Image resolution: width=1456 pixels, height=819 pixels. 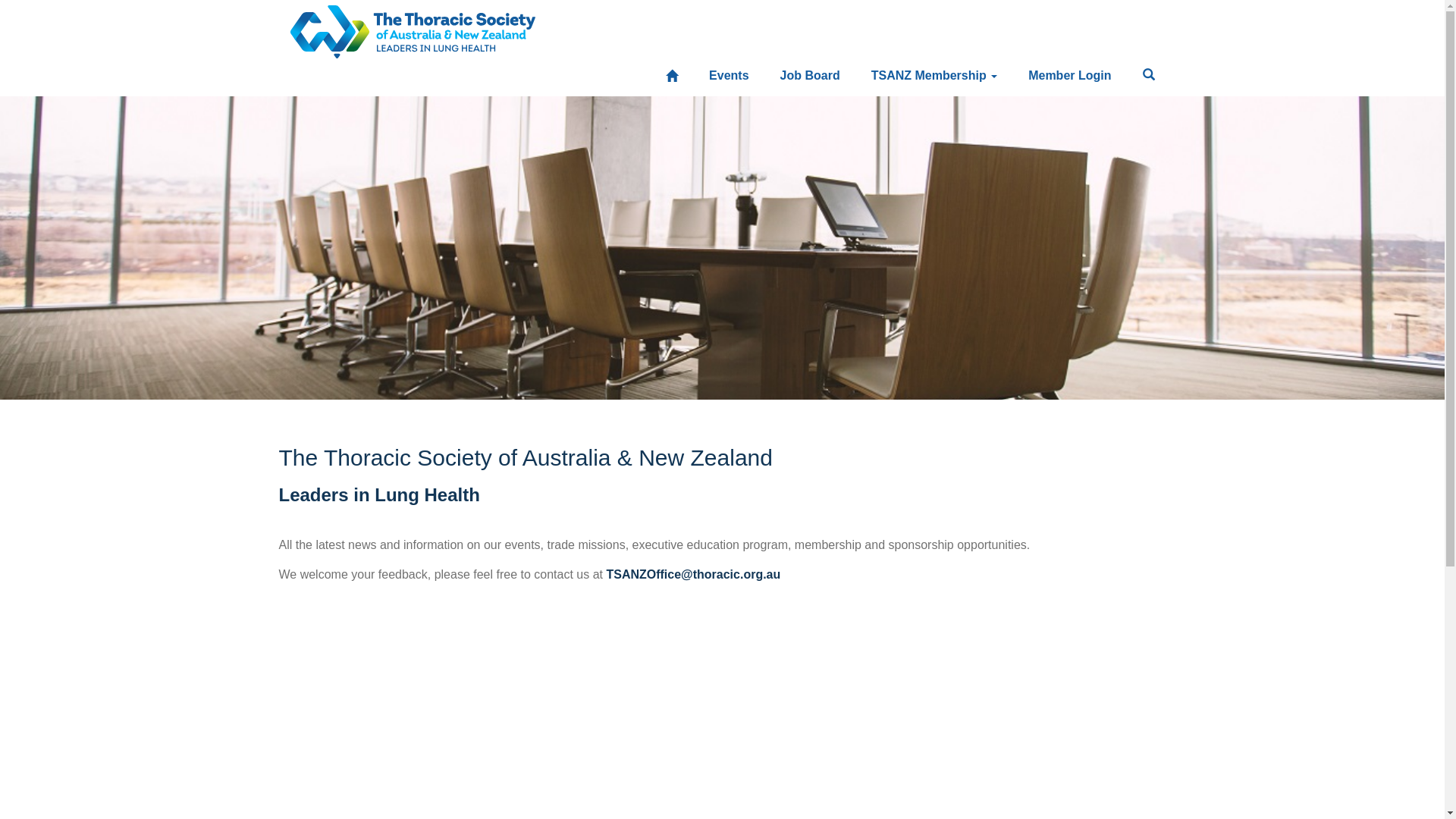 I want to click on 'Events', so click(x=728, y=76).